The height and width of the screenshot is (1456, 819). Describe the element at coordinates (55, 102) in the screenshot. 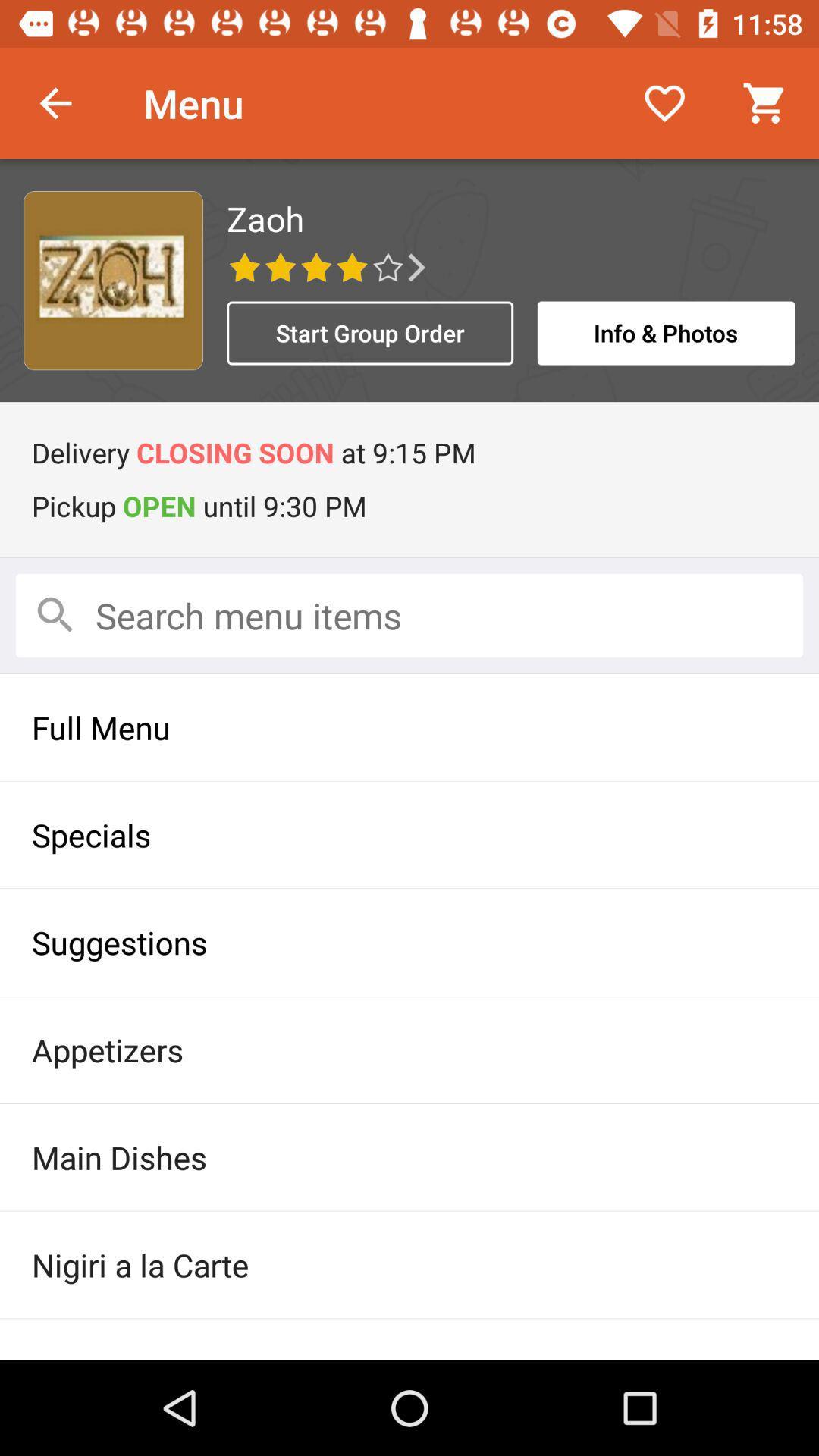

I see `item to the left of menu item` at that location.